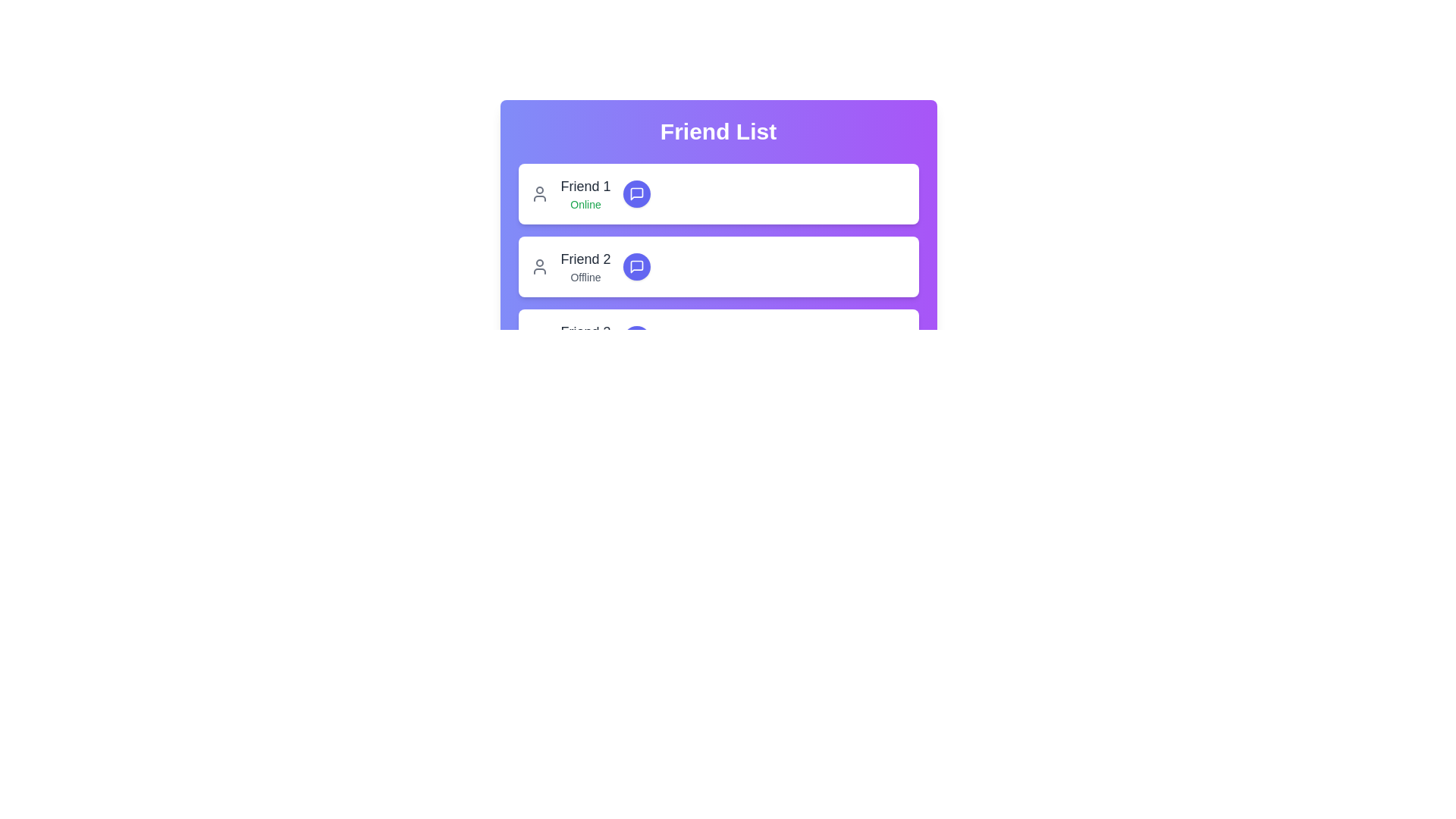  Describe the element at coordinates (585, 205) in the screenshot. I see `the Status label displaying 'Online' in green font located beneath 'Friend 1' in the friend list` at that location.